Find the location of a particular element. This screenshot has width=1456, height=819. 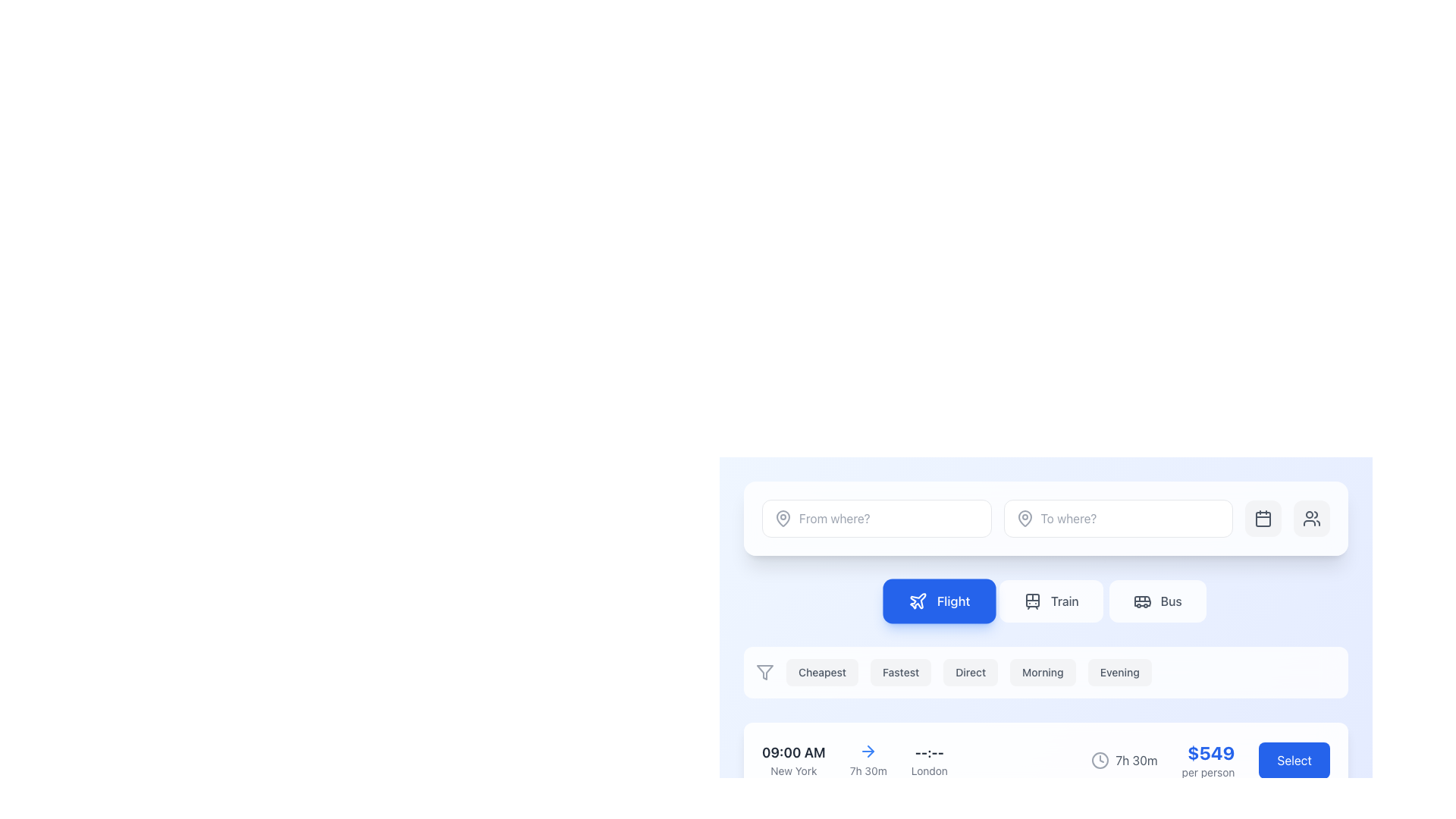

the navigation icon associated with the blue-highlighted Flight button is located at coordinates (871, 752).